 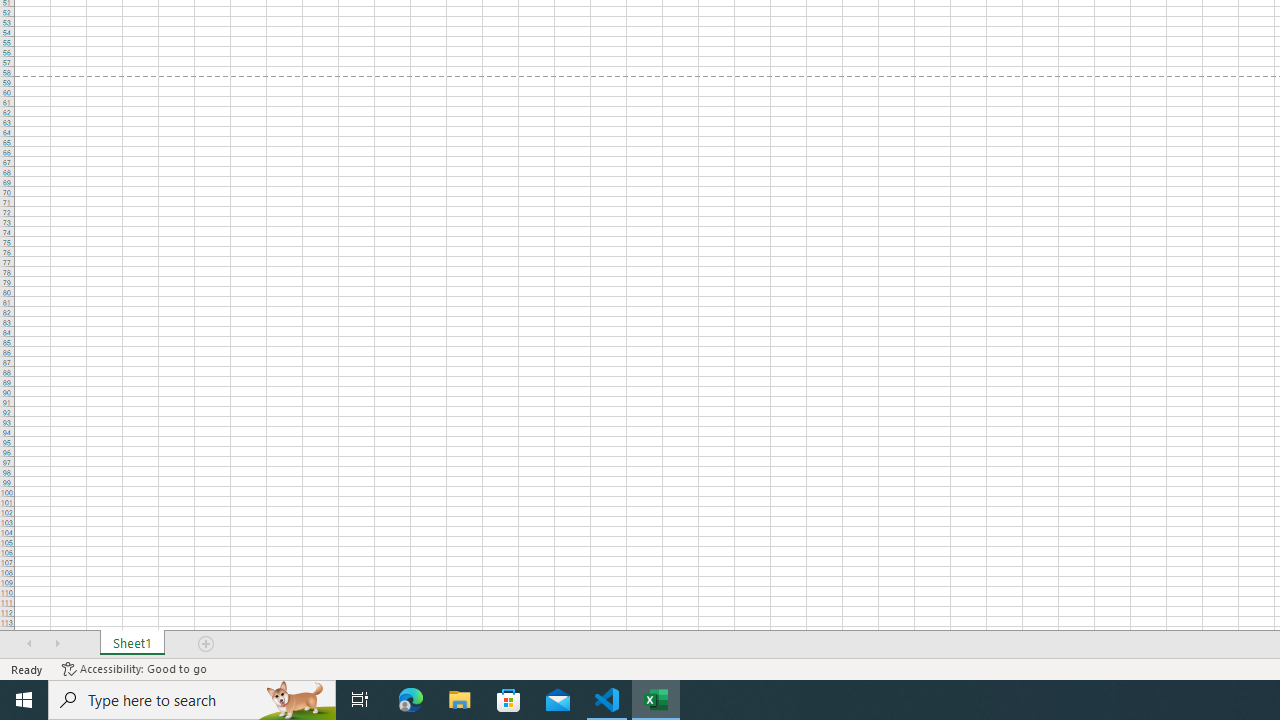 I want to click on 'Accessibility Checker Accessibility: Good to go', so click(x=133, y=669).